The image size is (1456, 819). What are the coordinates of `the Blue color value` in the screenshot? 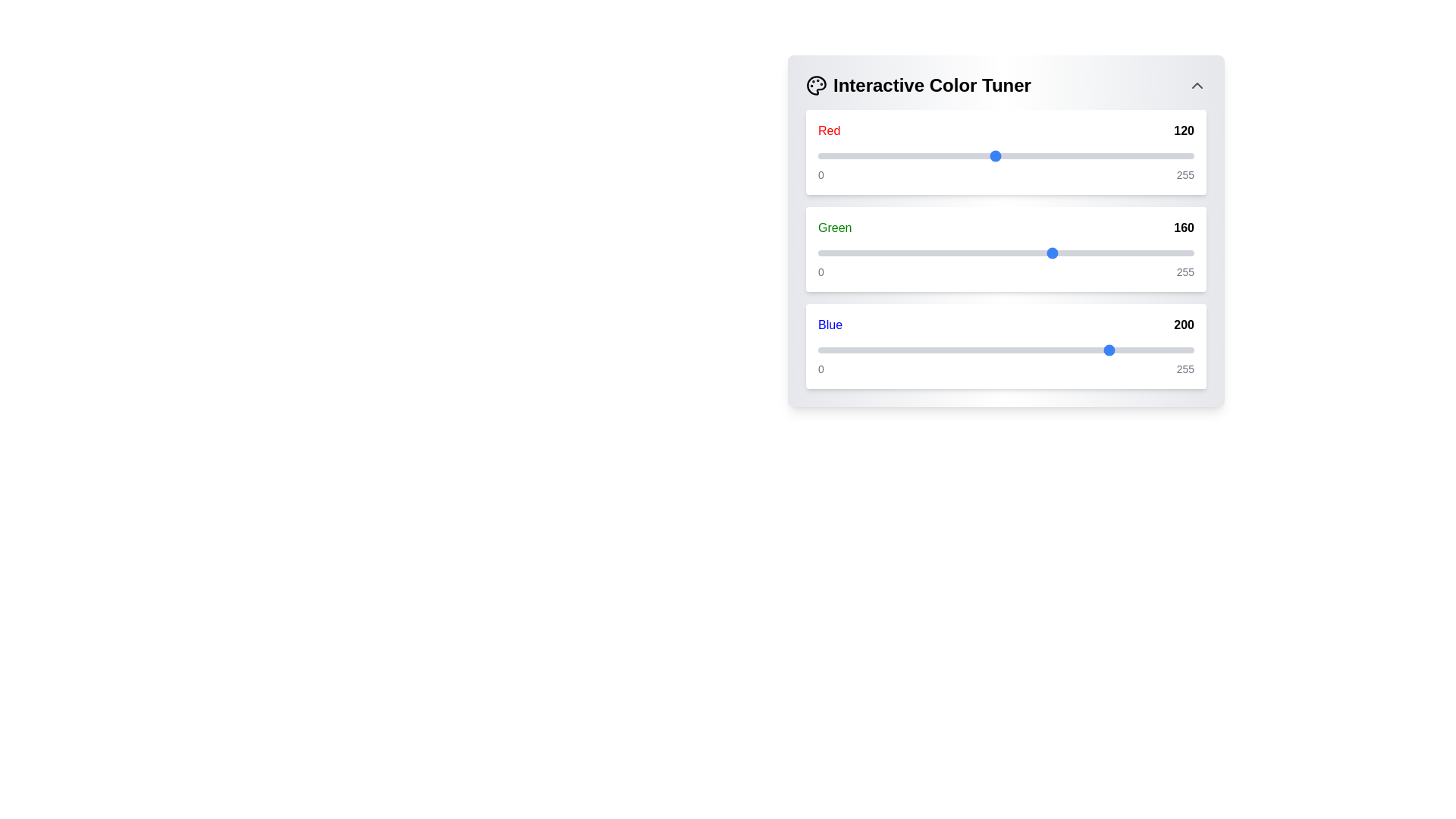 It's located at (987, 350).